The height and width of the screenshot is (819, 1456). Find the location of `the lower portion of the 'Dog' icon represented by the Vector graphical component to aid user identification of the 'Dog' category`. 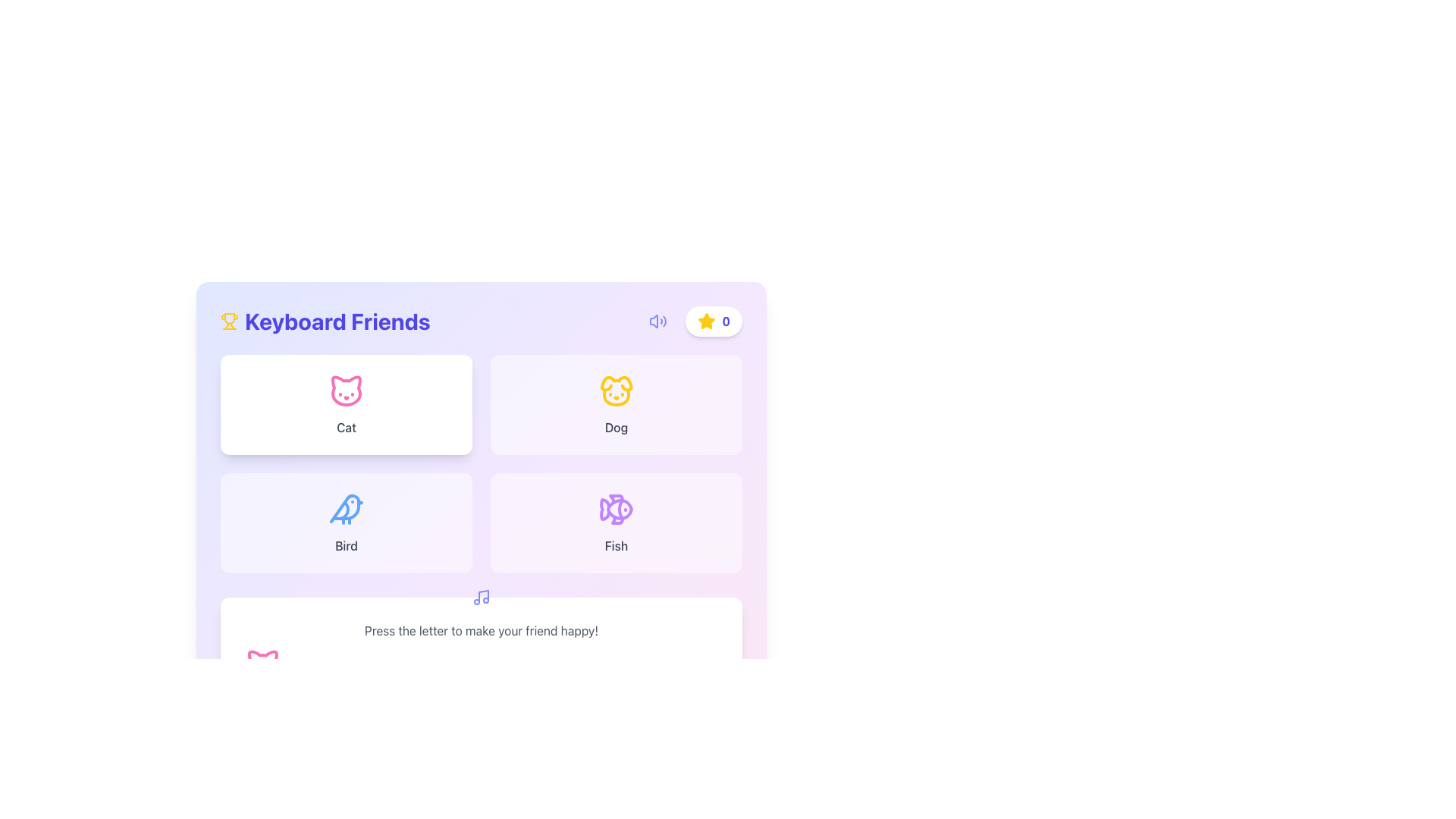

the lower portion of the 'Dog' icon represented by the Vector graphical component to aid user identification of the 'Dog' category is located at coordinates (616, 397).